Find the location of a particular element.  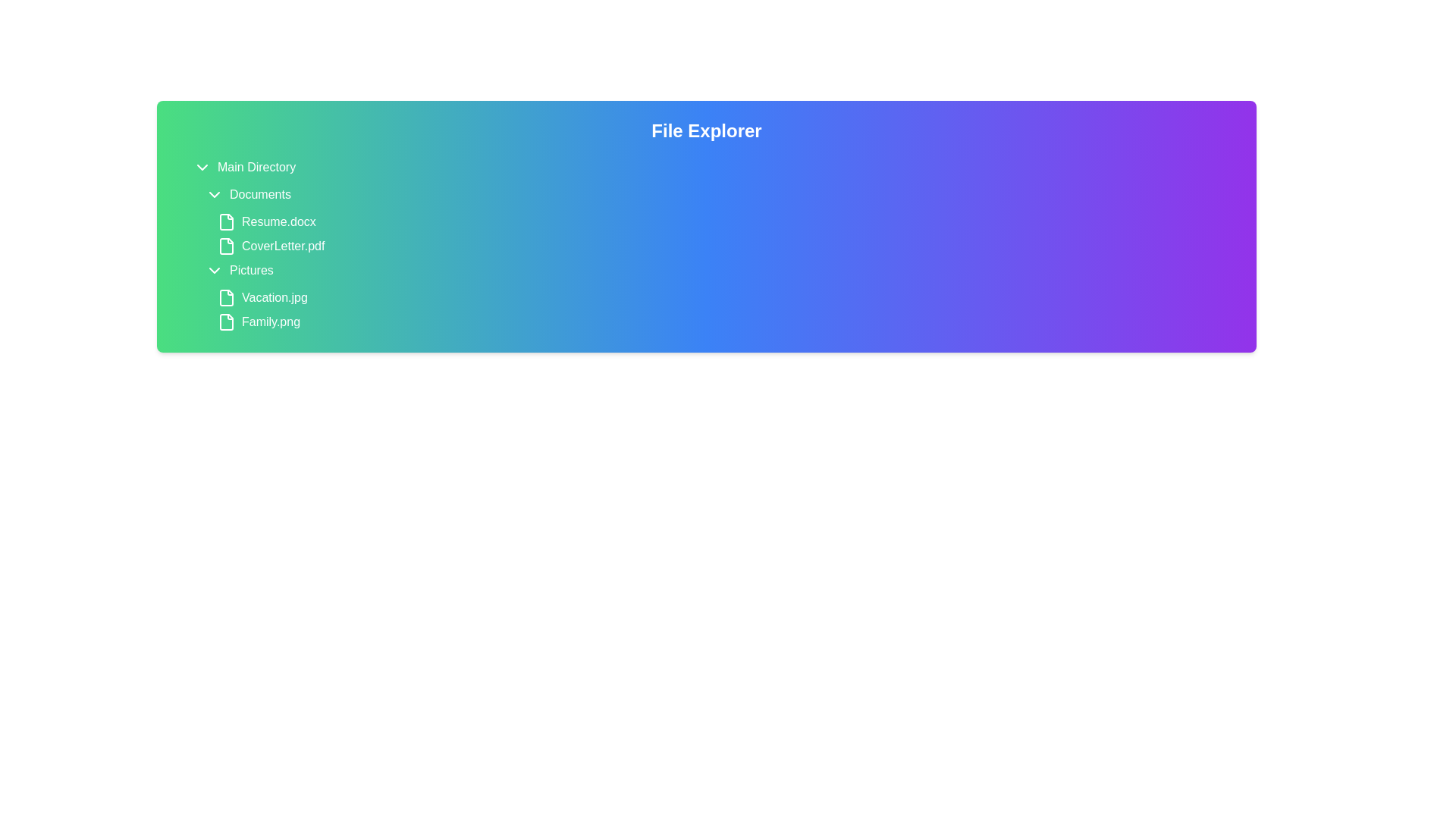

the text label displaying the filename 'Family.png' is located at coordinates (271, 321).